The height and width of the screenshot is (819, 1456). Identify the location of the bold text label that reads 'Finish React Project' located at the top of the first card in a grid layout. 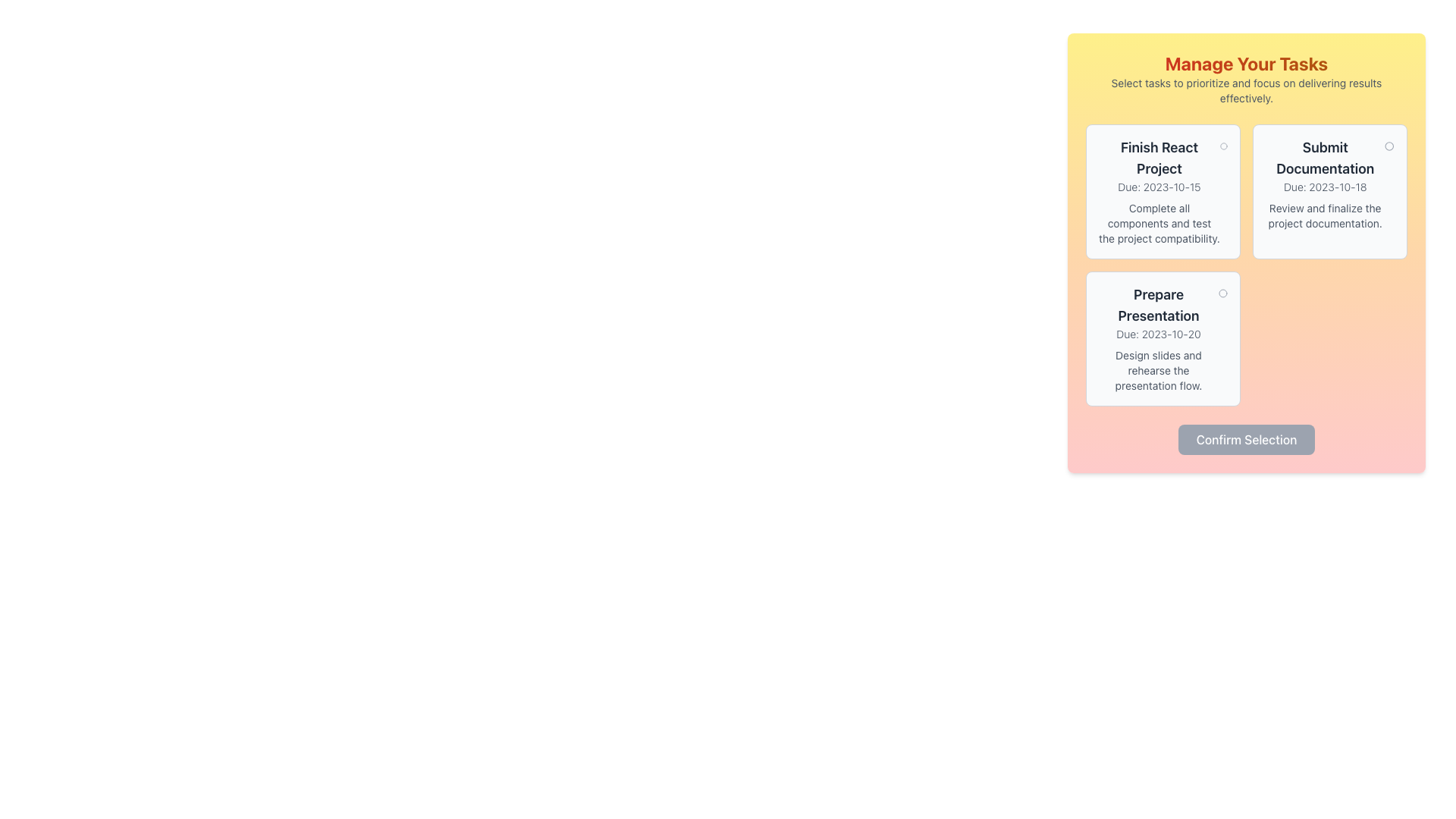
(1159, 158).